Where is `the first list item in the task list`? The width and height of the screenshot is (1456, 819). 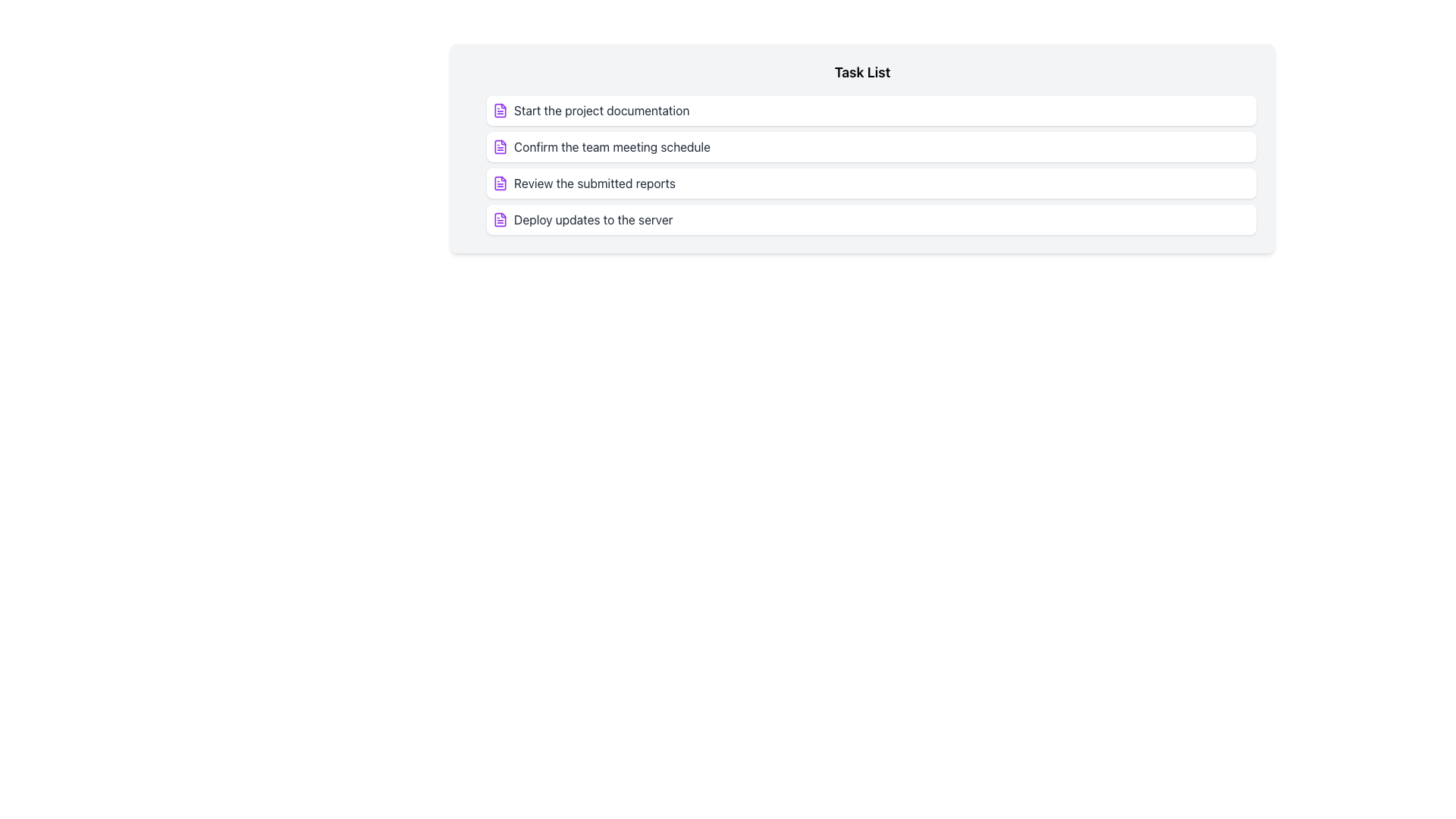
the first list item in the task list is located at coordinates (871, 110).